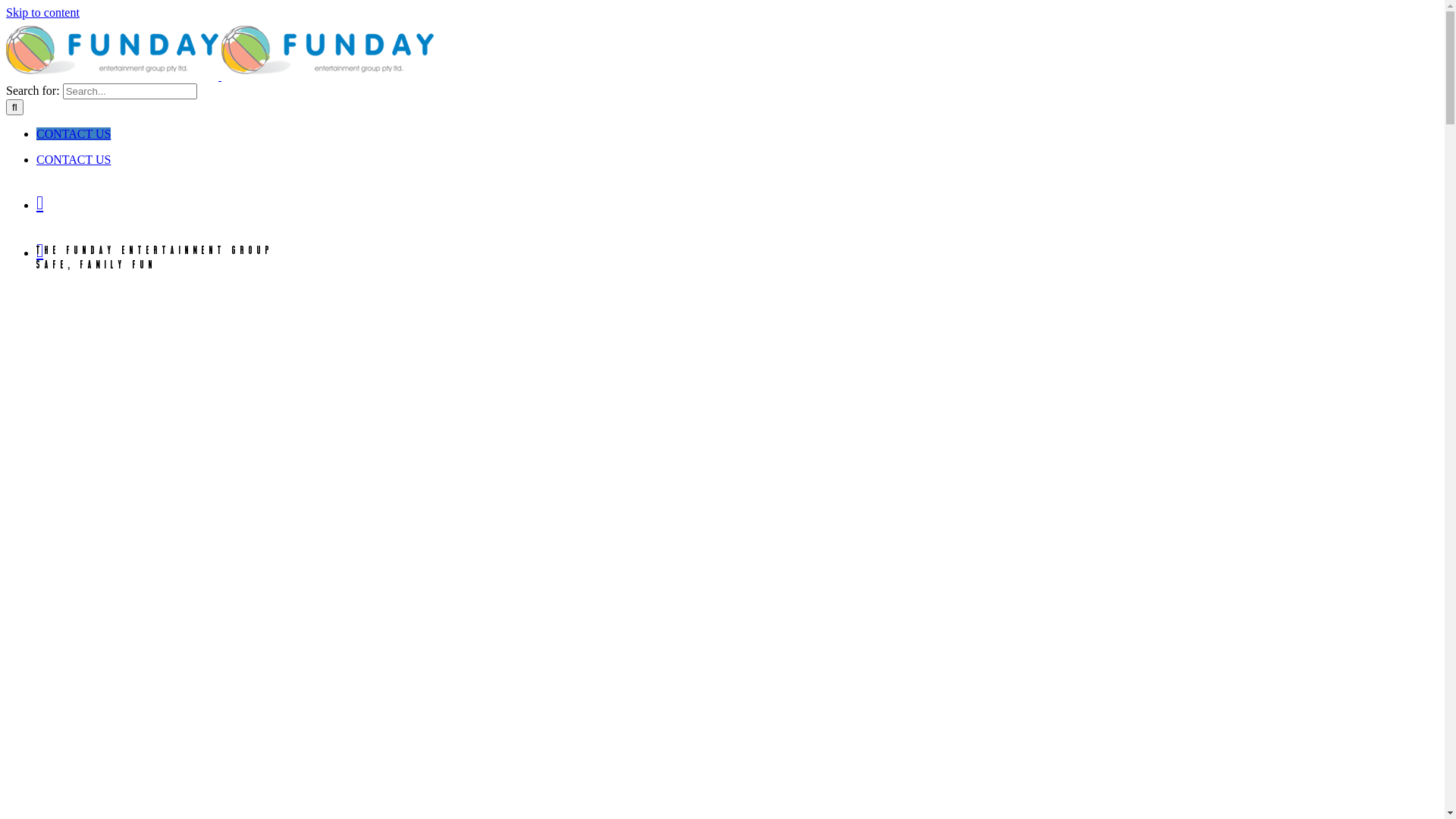  What do you see at coordinates (72, 159) in the screenshot?
I see `'CONTACT US'` at bounding box center [72, 159].